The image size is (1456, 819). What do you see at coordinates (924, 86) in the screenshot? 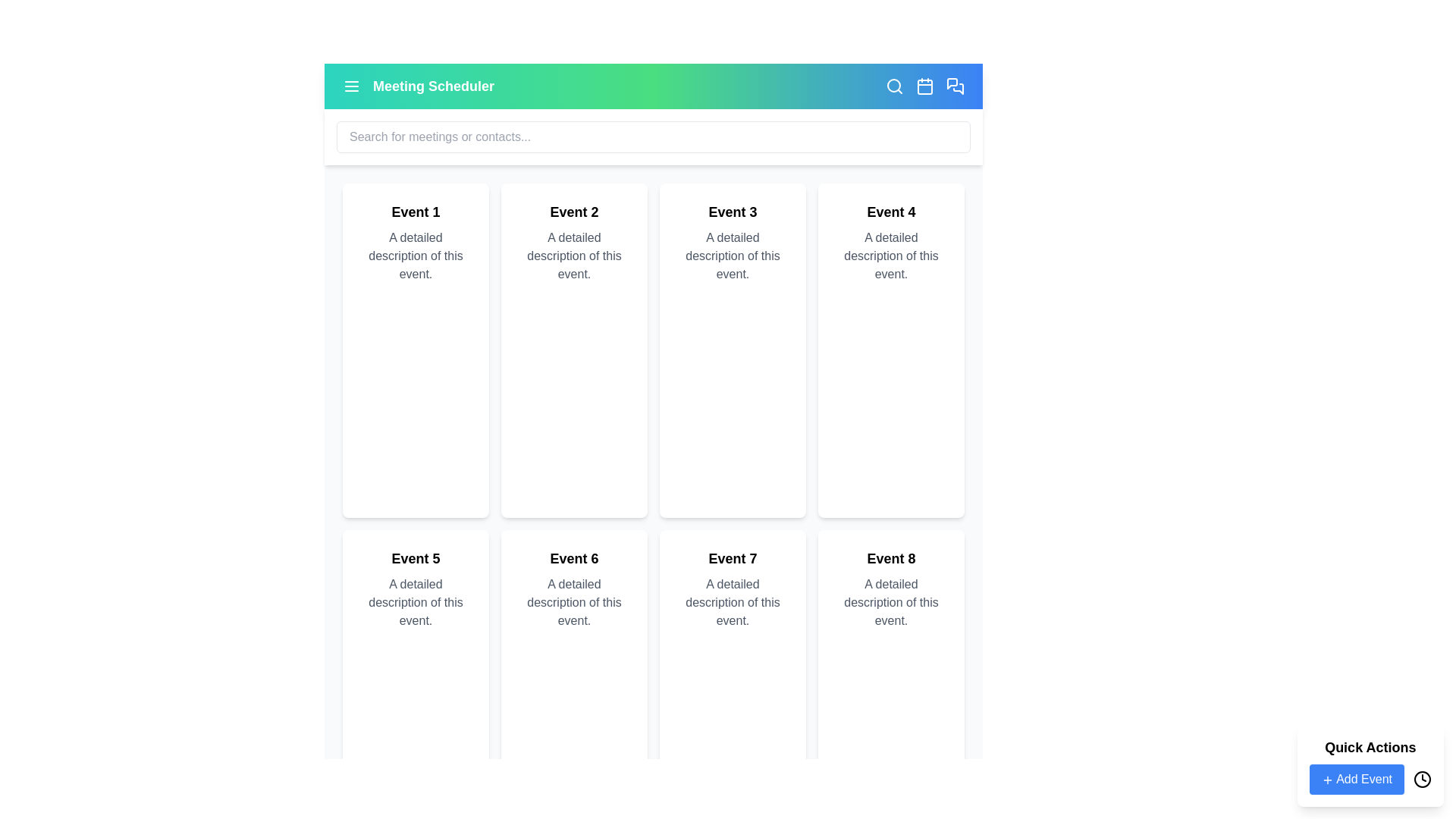
I see `the calendar icon, which is the second icon from the left in a group of three icons located in the blue-colored top navbar` at bounding box center [924, 86].